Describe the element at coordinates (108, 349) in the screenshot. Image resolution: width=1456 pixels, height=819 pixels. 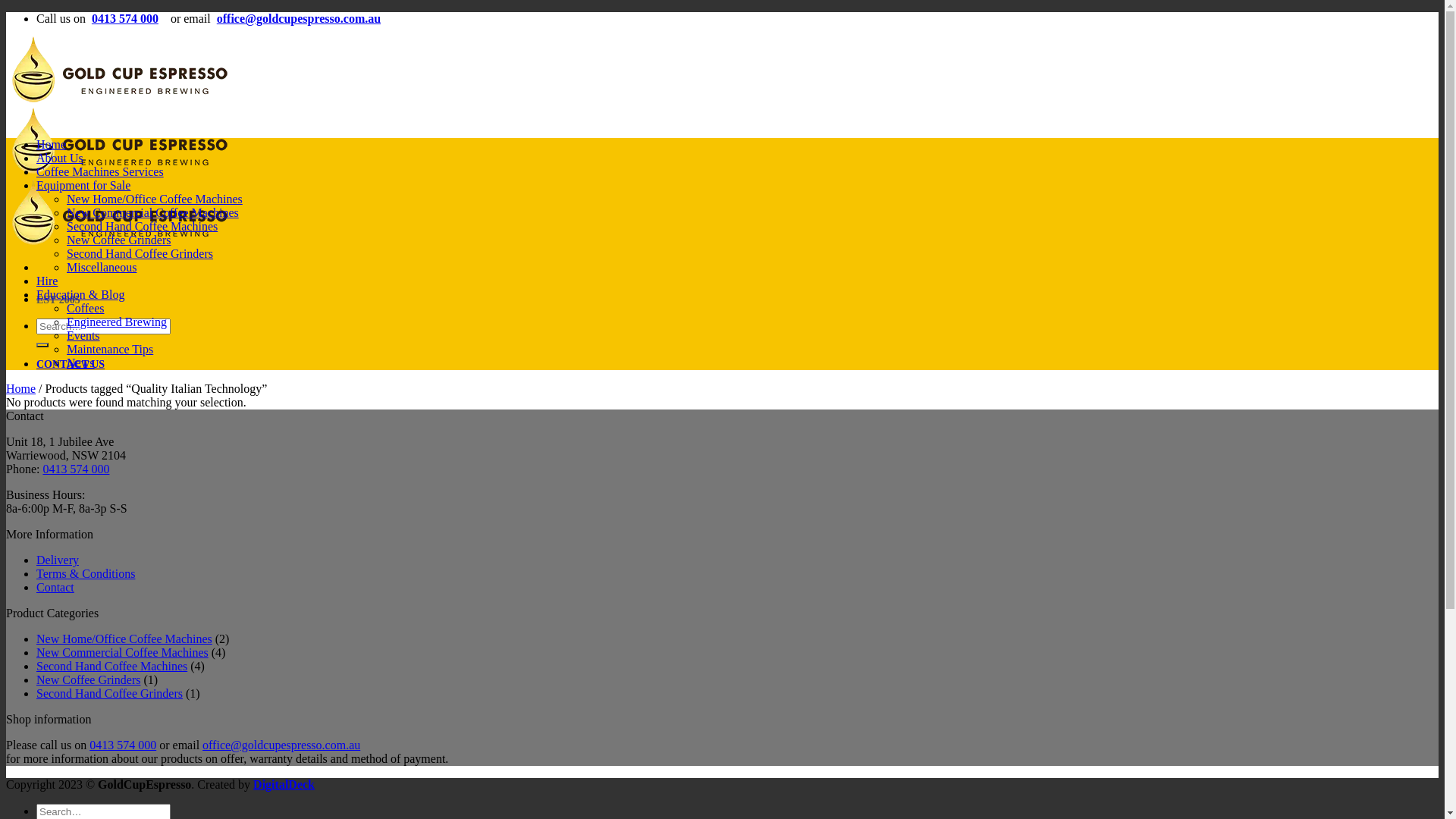
I see `'Maintenance Tips'` at that location.